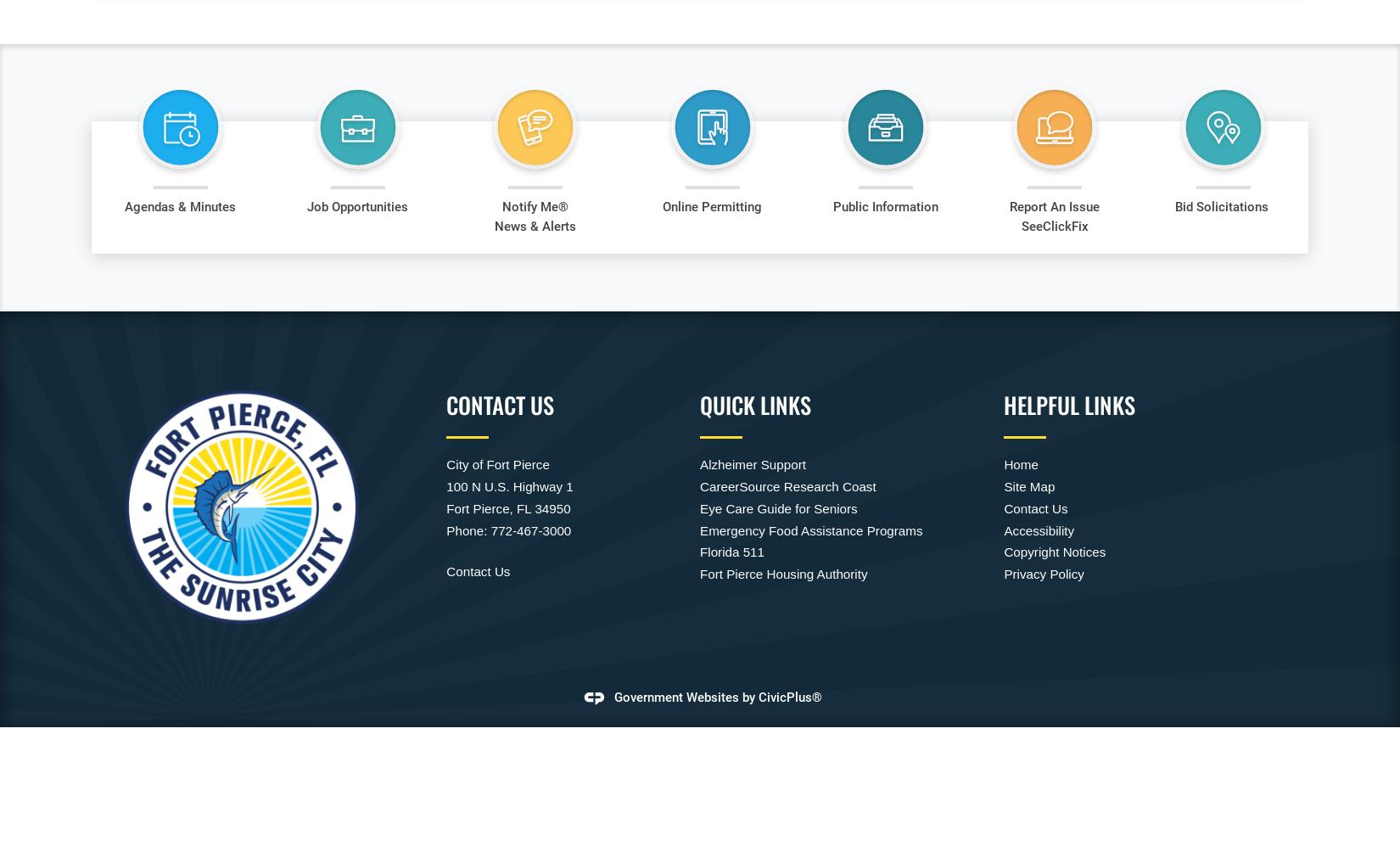 The image size is (1400, 863). I want to click on 'Government Websites by', so click(685, 697).